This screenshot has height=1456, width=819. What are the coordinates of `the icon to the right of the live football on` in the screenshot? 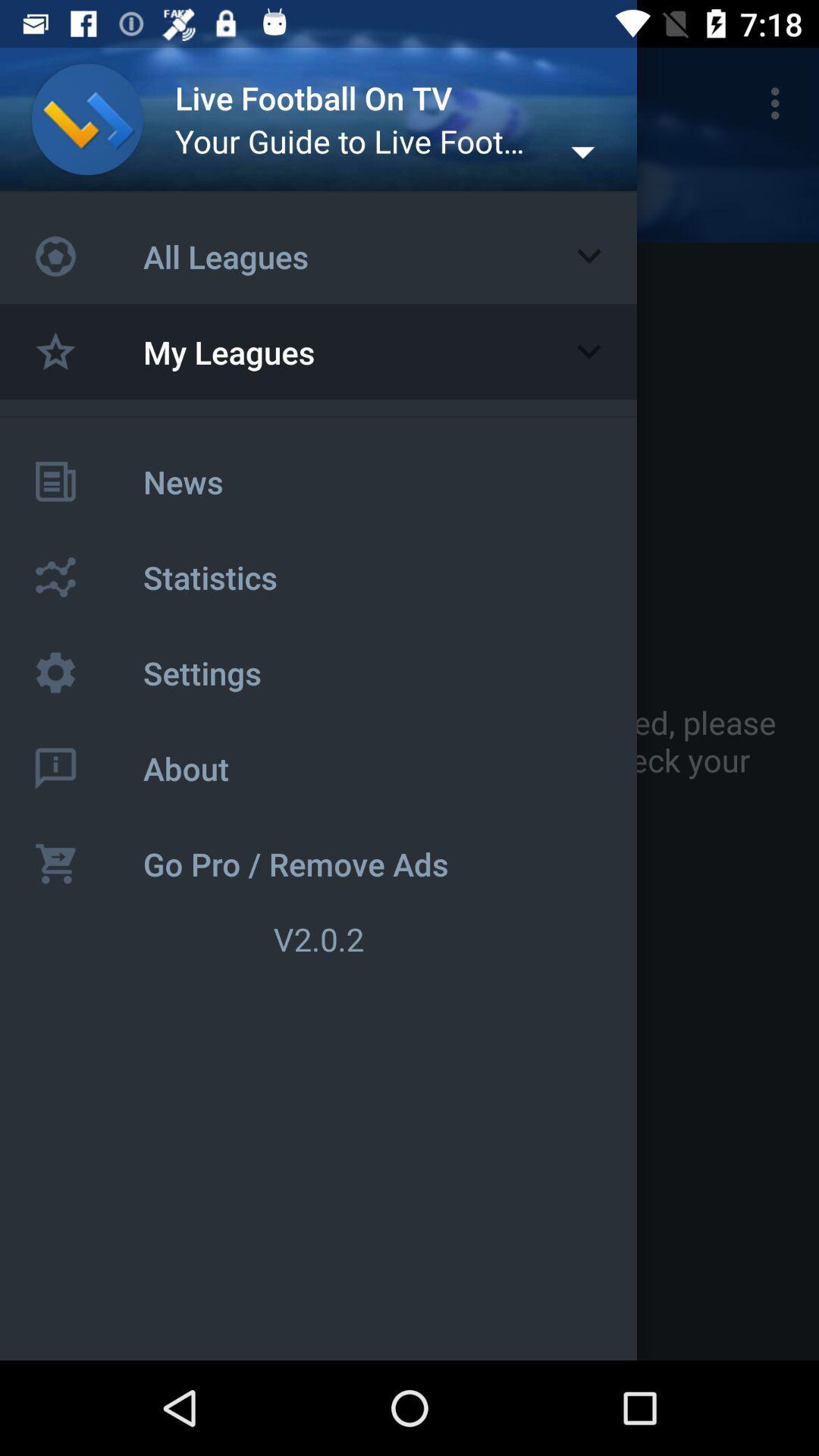 It's located at (779, 102).